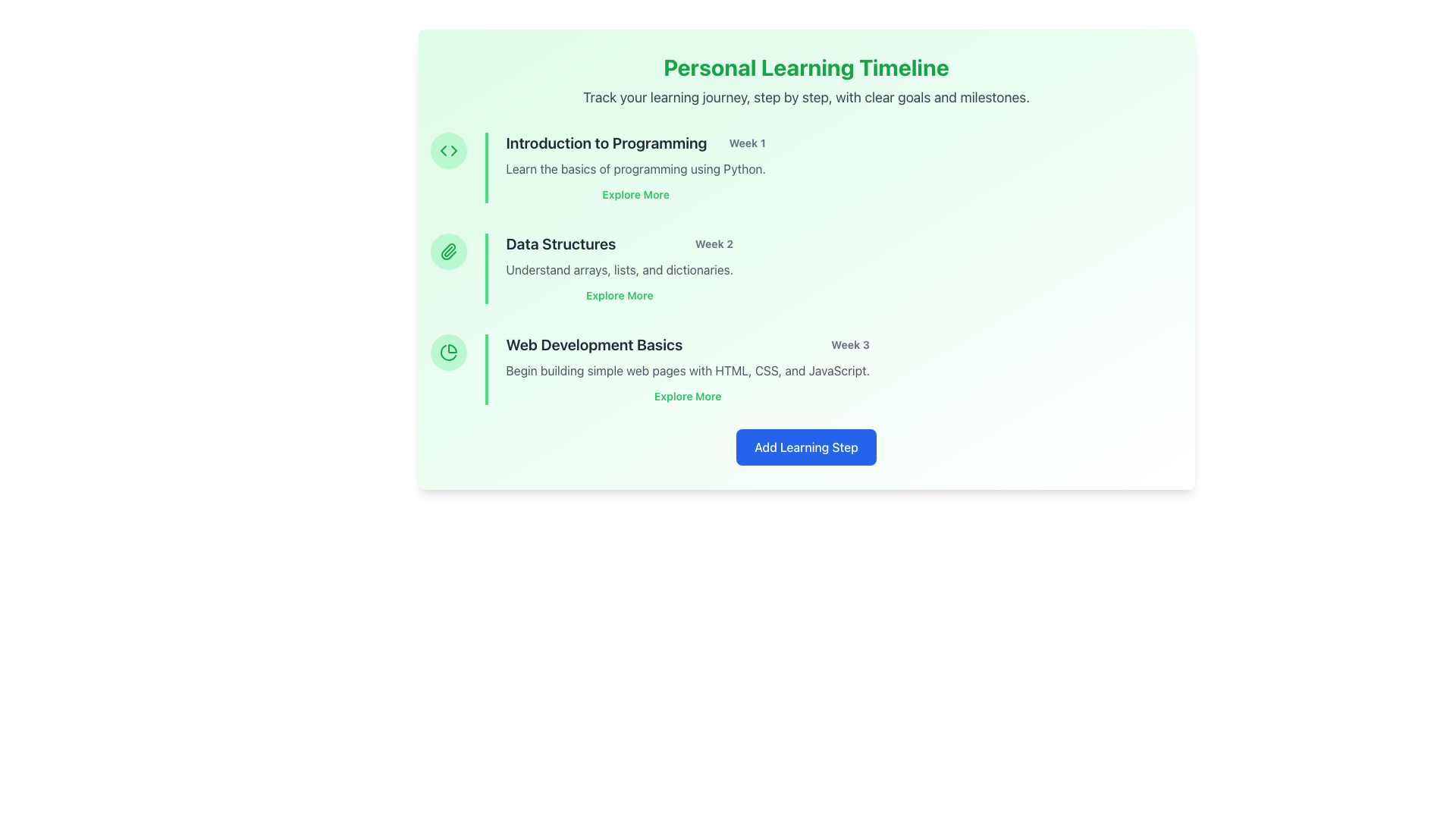  I want to click on the right-pointing green-stroke arrow SVG icon located adjacent to the 'Introduction to Programming' list item, so click(453, 151).